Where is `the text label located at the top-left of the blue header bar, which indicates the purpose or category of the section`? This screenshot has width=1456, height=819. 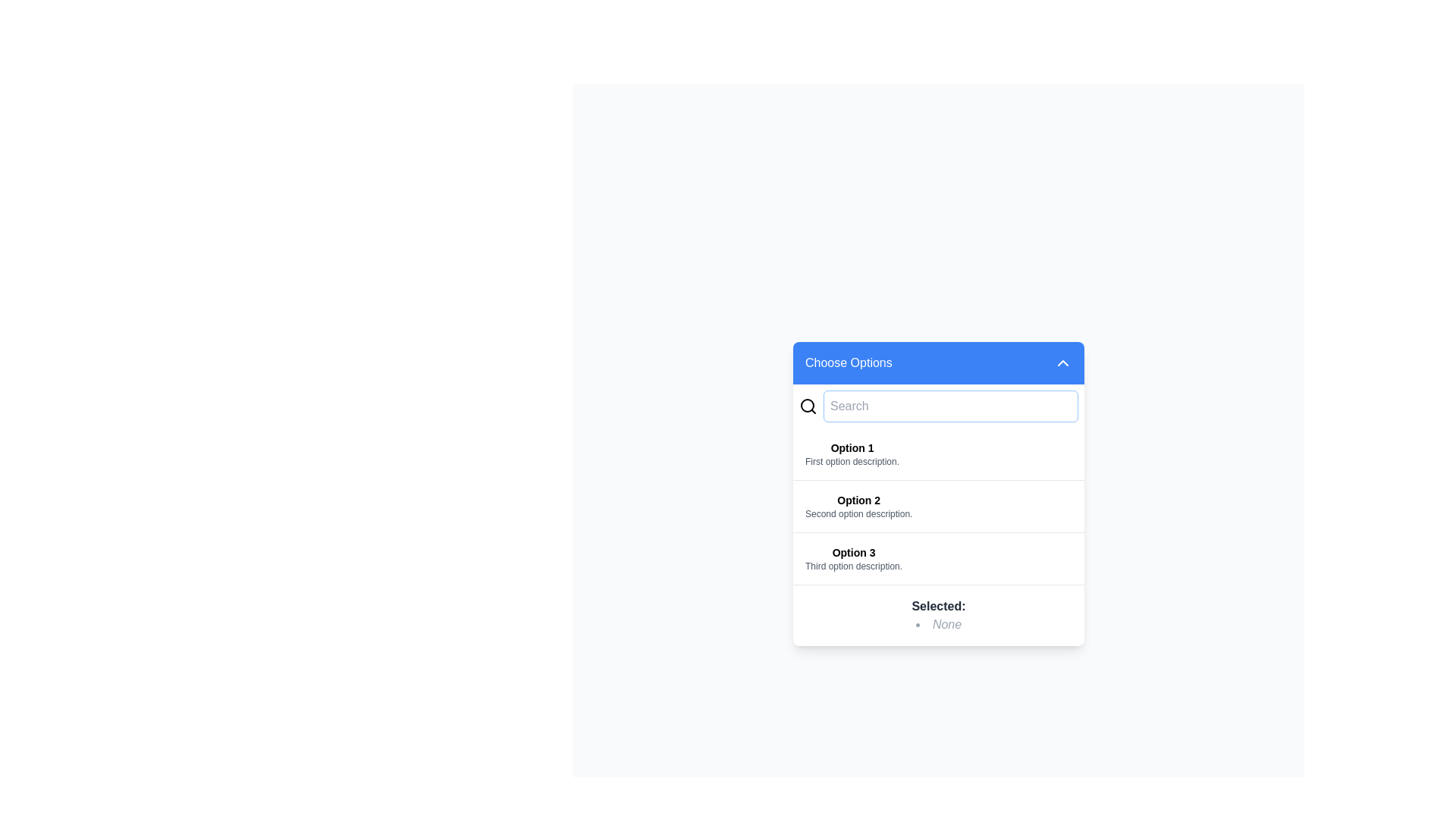
the text label located at the top-left of the blue header bar, which indicates the purpose or category of the section is located at coordinates (848, 362).